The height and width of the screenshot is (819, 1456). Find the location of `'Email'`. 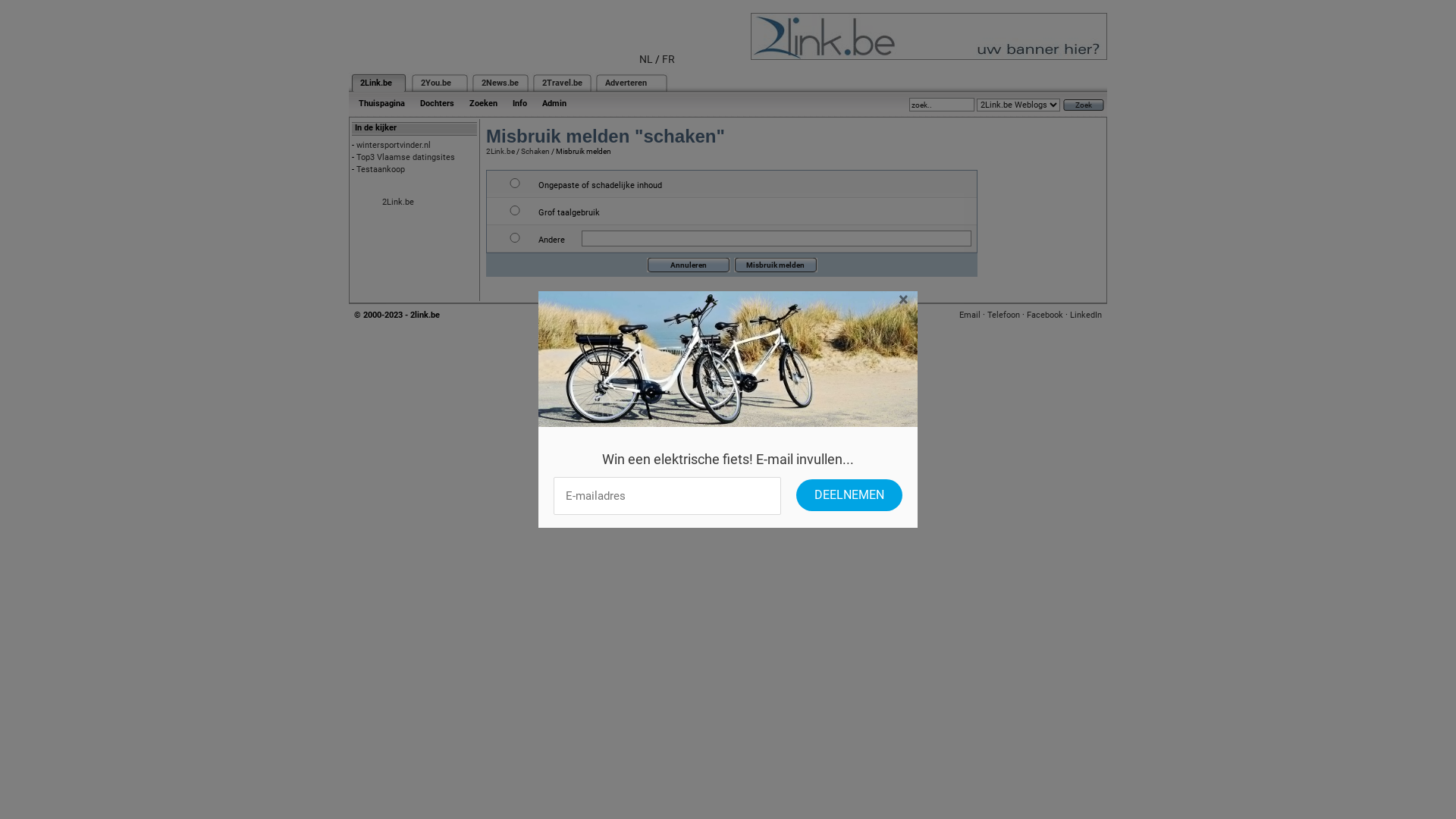

'Email' is located at coordinates (968, 314).